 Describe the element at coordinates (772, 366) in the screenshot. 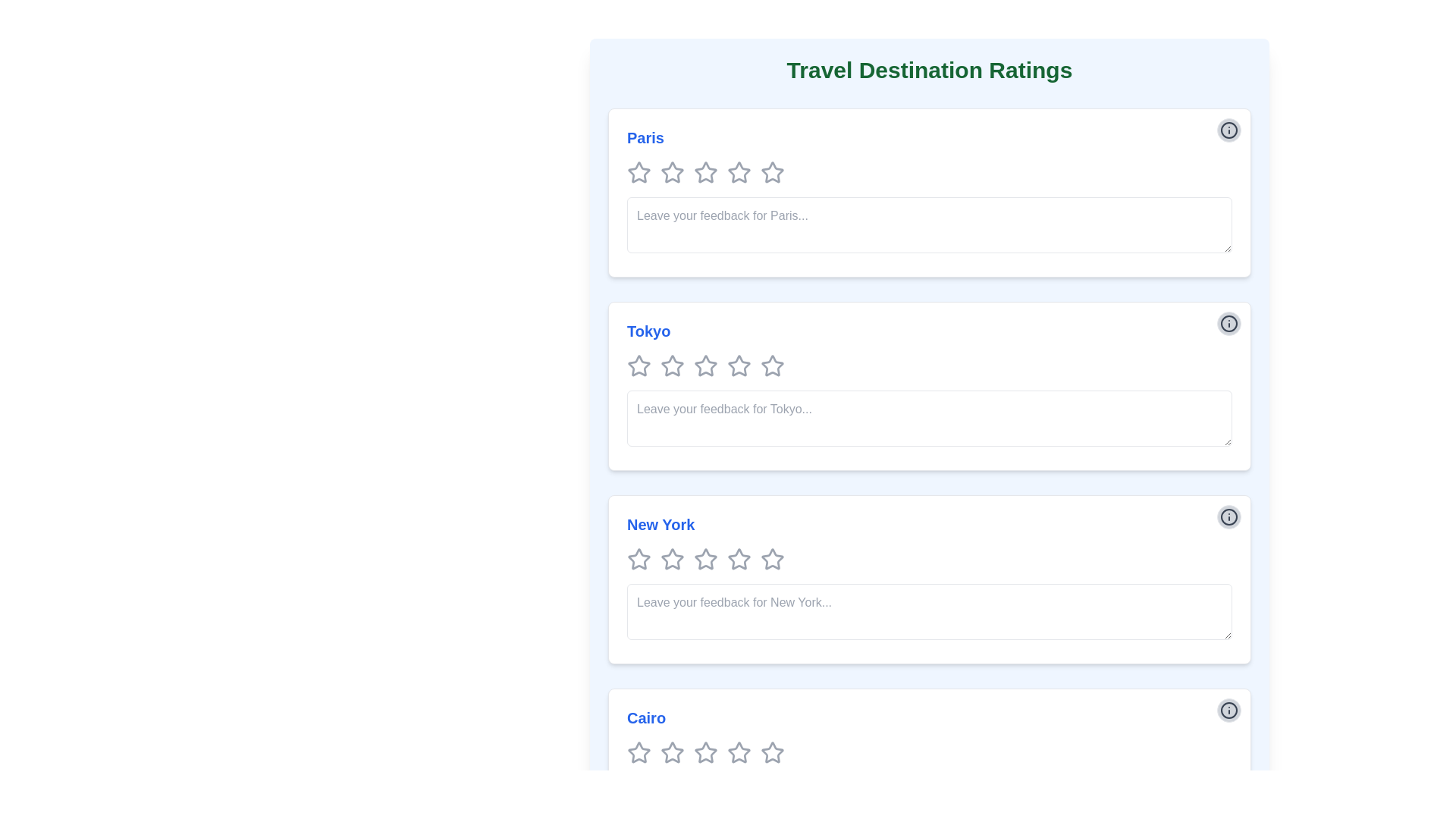

I see `the fifth star icon with a hollow center in the Tokyo rating section to rate it` at that location.